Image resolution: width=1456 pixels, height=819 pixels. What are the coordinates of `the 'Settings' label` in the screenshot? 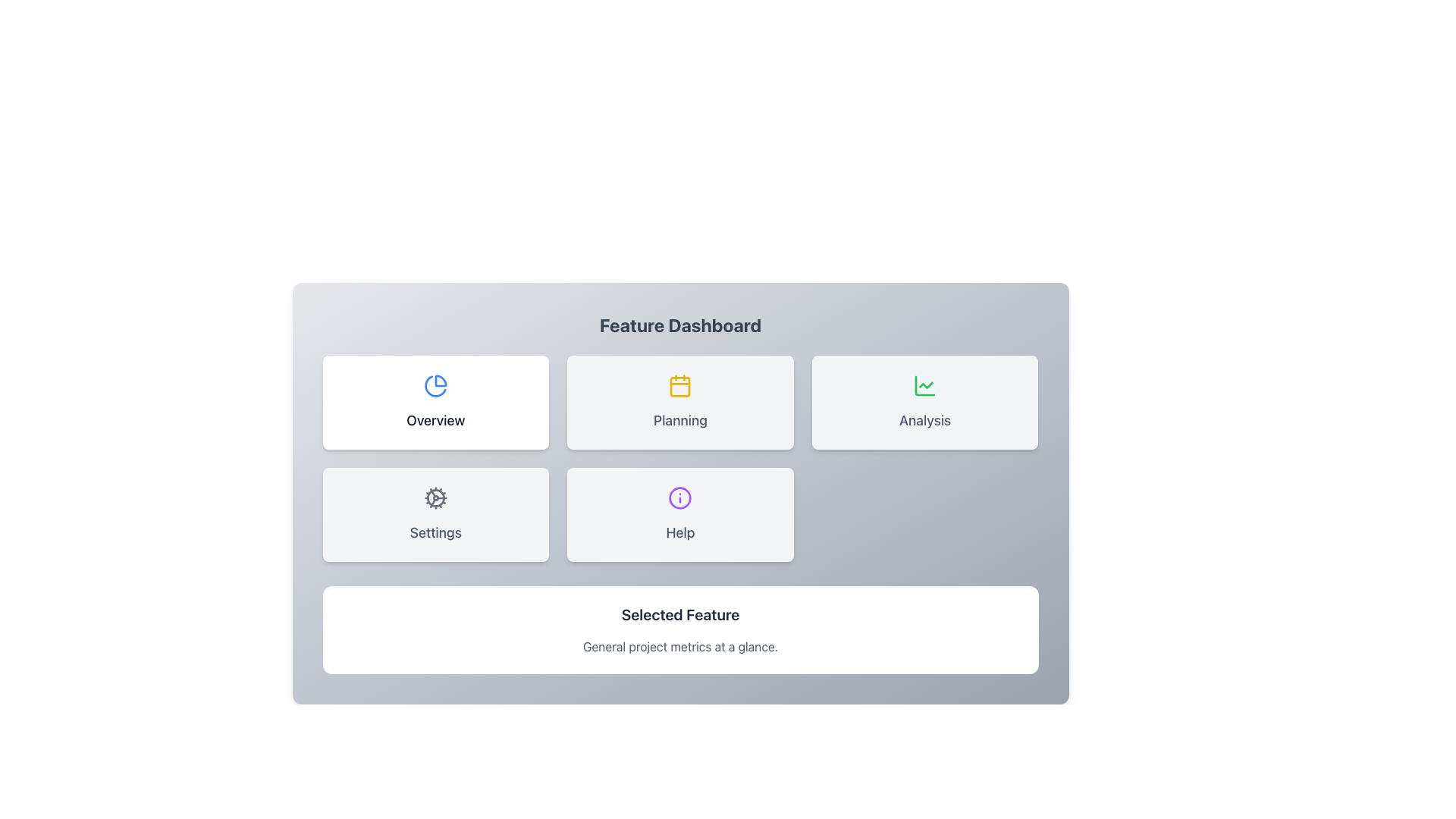 It's located at (435, 532).